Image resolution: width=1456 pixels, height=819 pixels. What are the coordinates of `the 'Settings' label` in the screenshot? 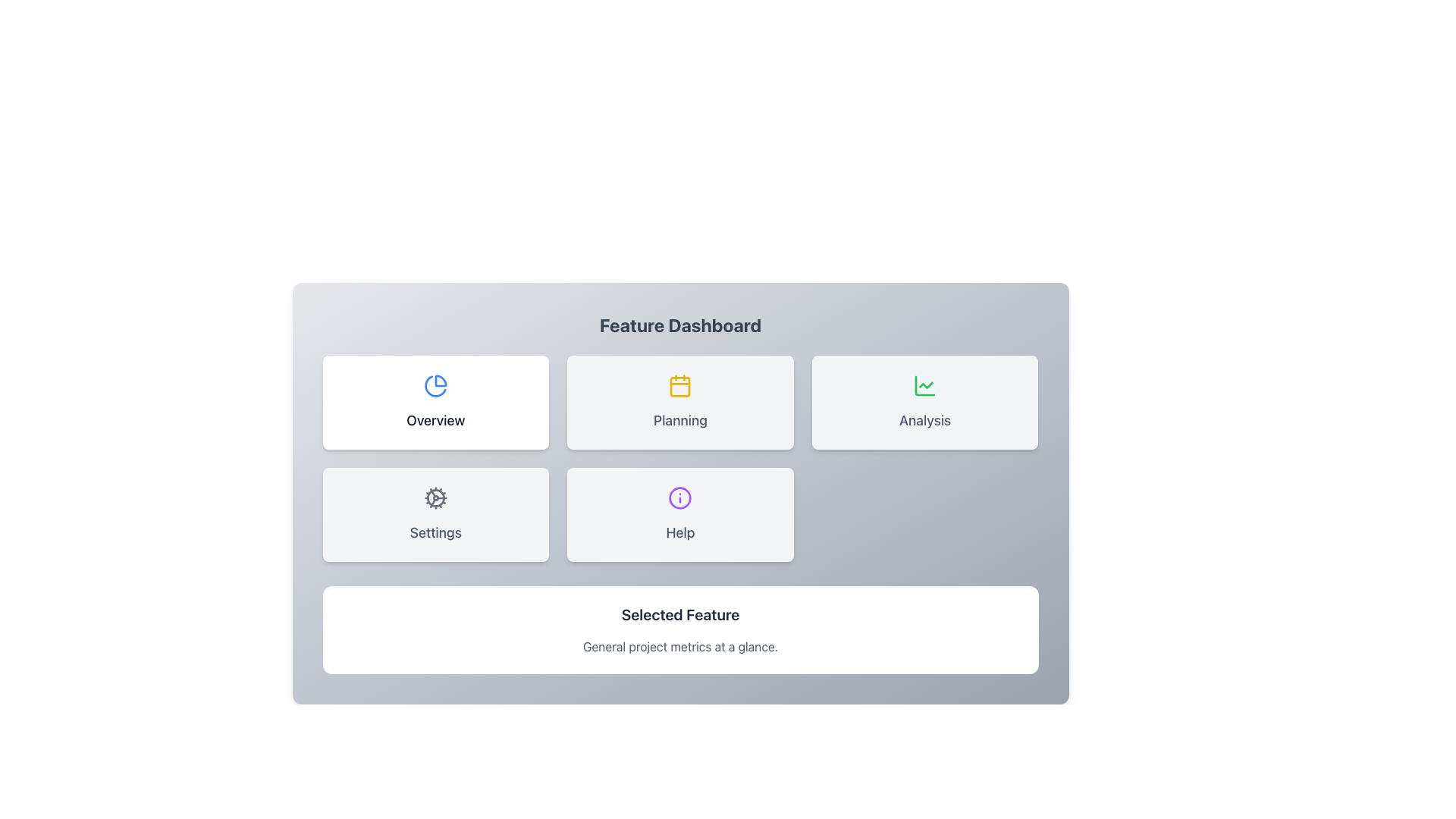 It's located at (435, 532).